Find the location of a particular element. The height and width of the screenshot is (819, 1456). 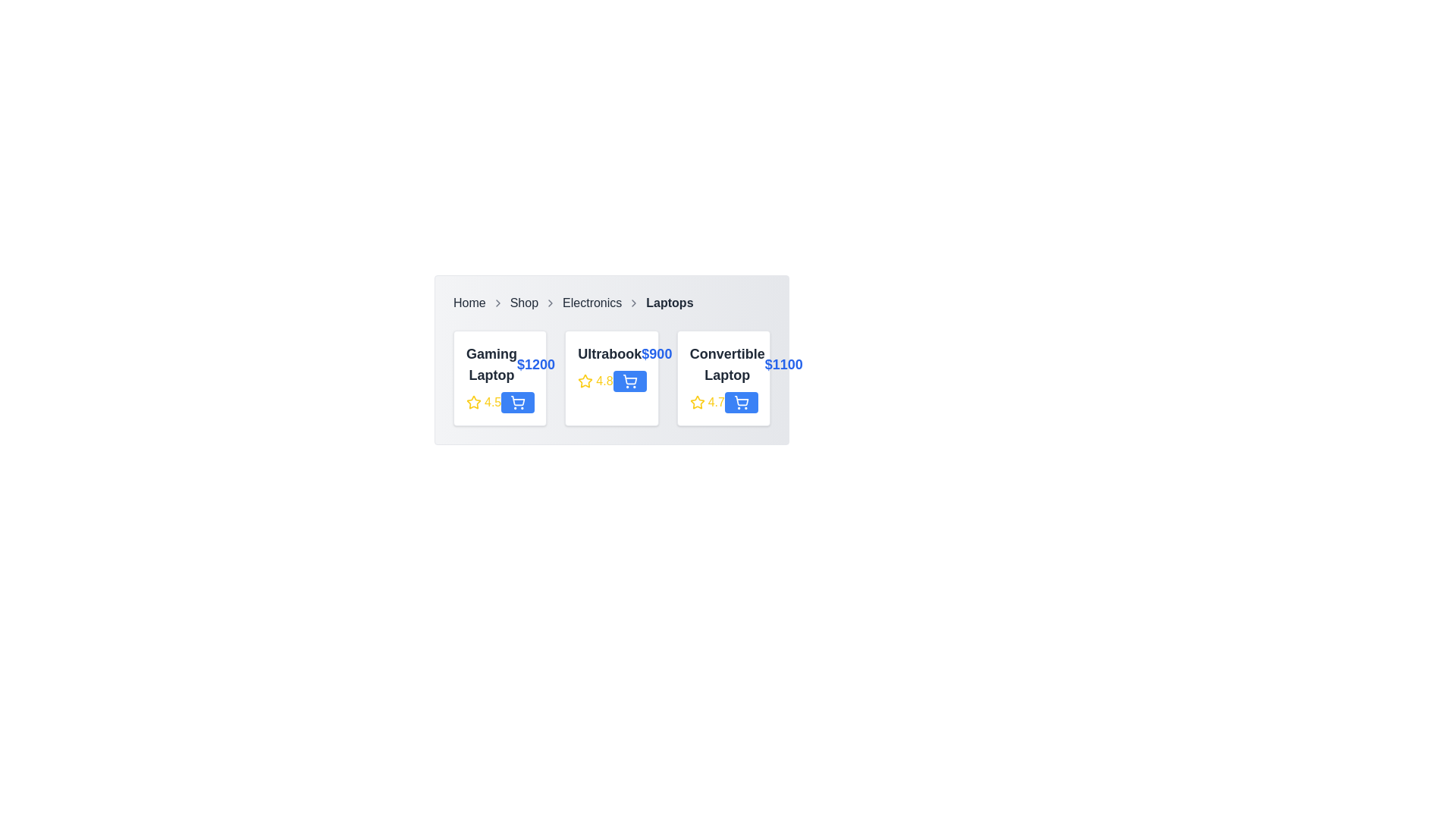

the text label displaying the number '4.8' in yellow font, located next to a star icon in the middle card's rating section is located at coordinates (604, 380).